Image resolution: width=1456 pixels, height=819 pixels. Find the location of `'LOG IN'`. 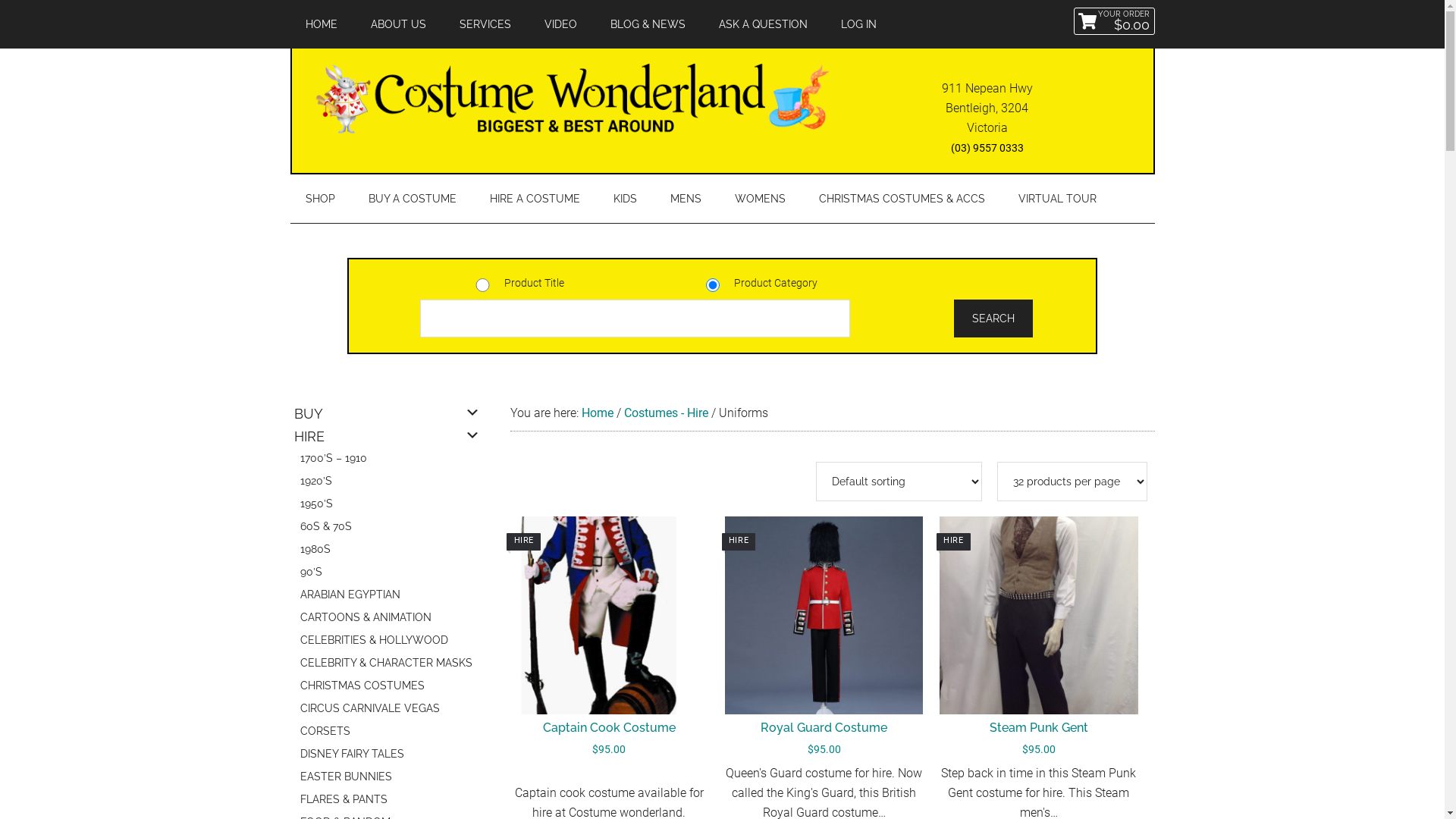

'LOG IN' is located at coordinates (858, 24).